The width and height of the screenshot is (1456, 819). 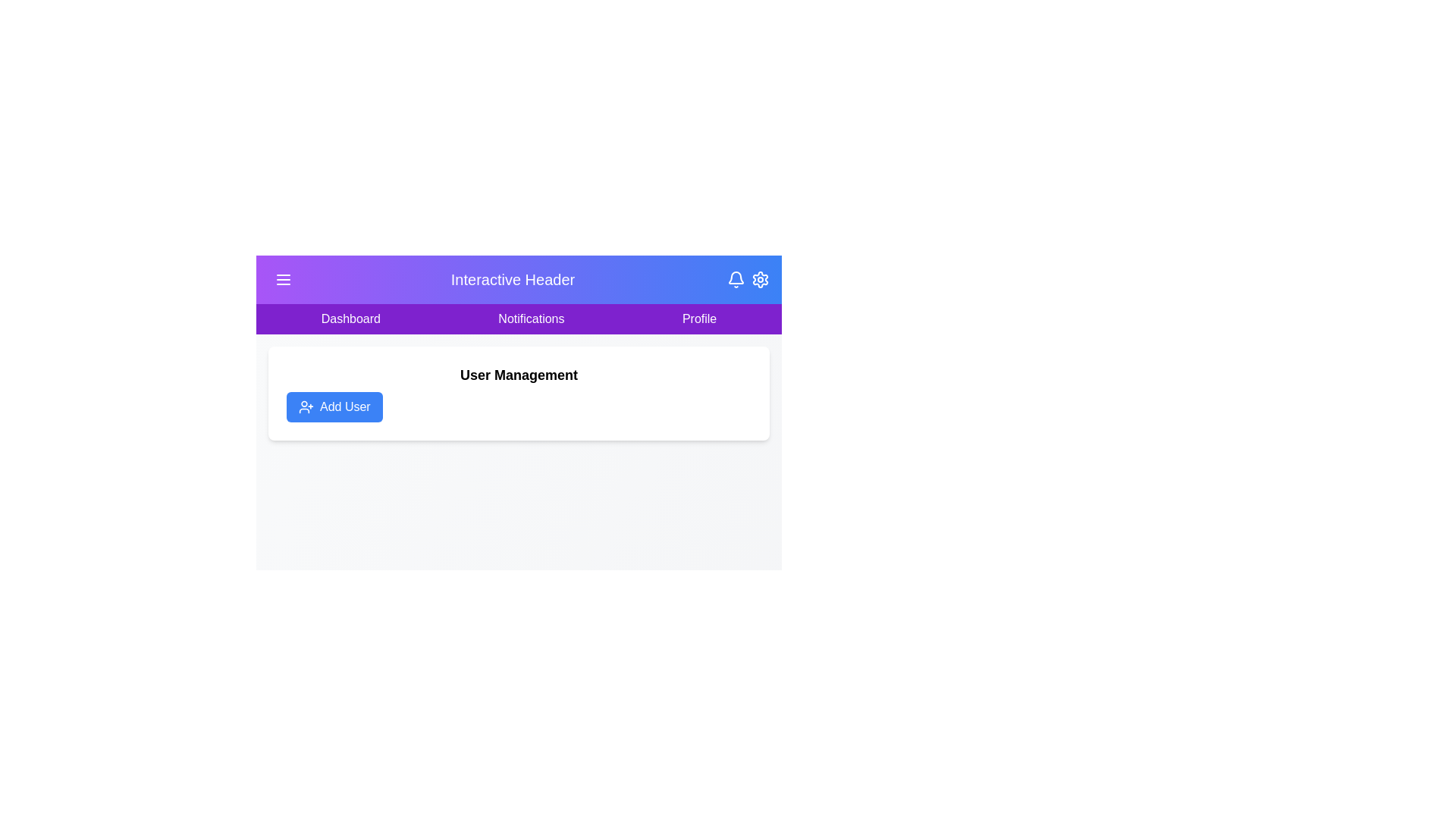 I want to click on the 'User Management' section text, so click(x=519, y=375).